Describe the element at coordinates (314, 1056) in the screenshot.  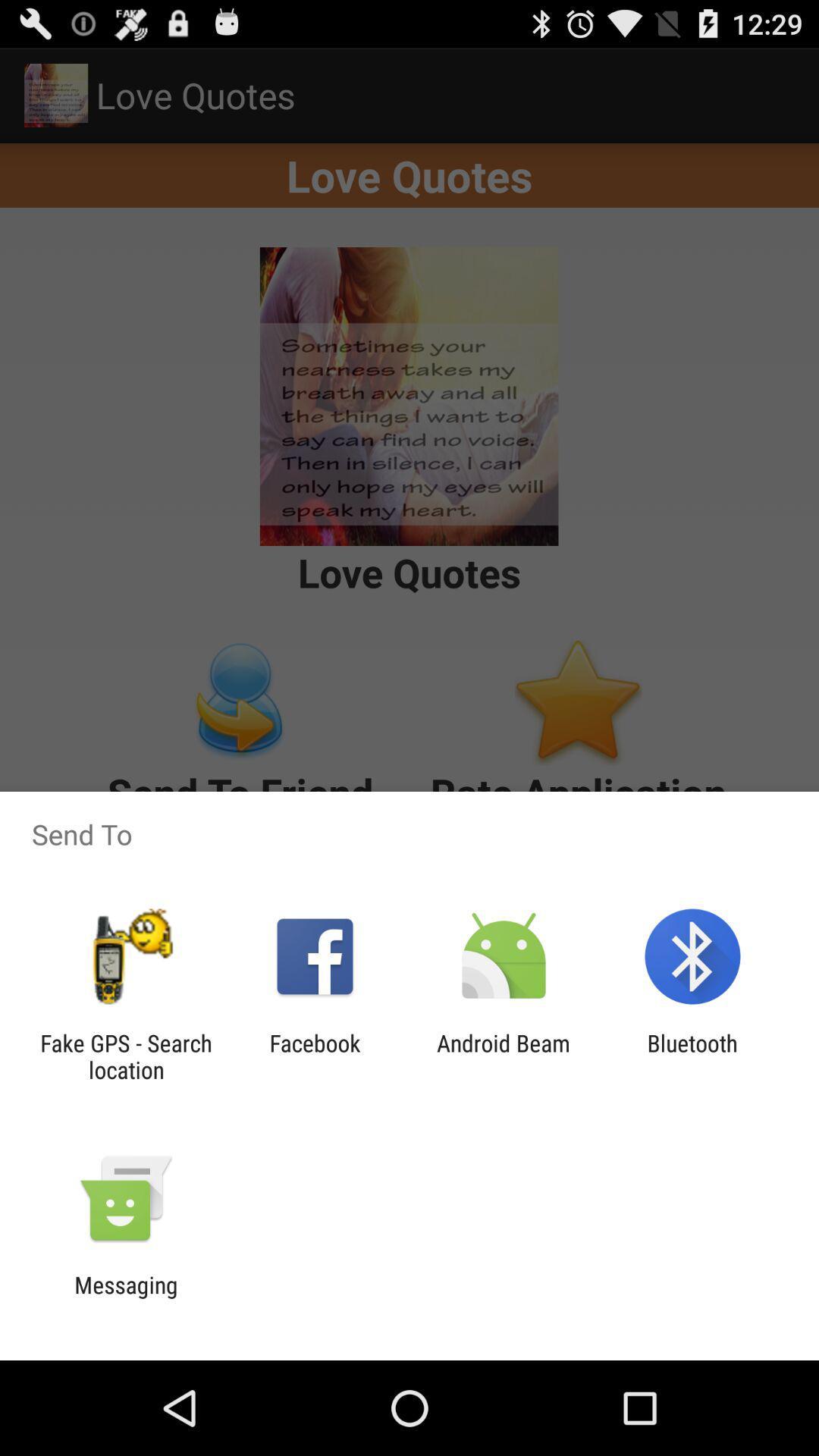
I see `the facebook` at that location.